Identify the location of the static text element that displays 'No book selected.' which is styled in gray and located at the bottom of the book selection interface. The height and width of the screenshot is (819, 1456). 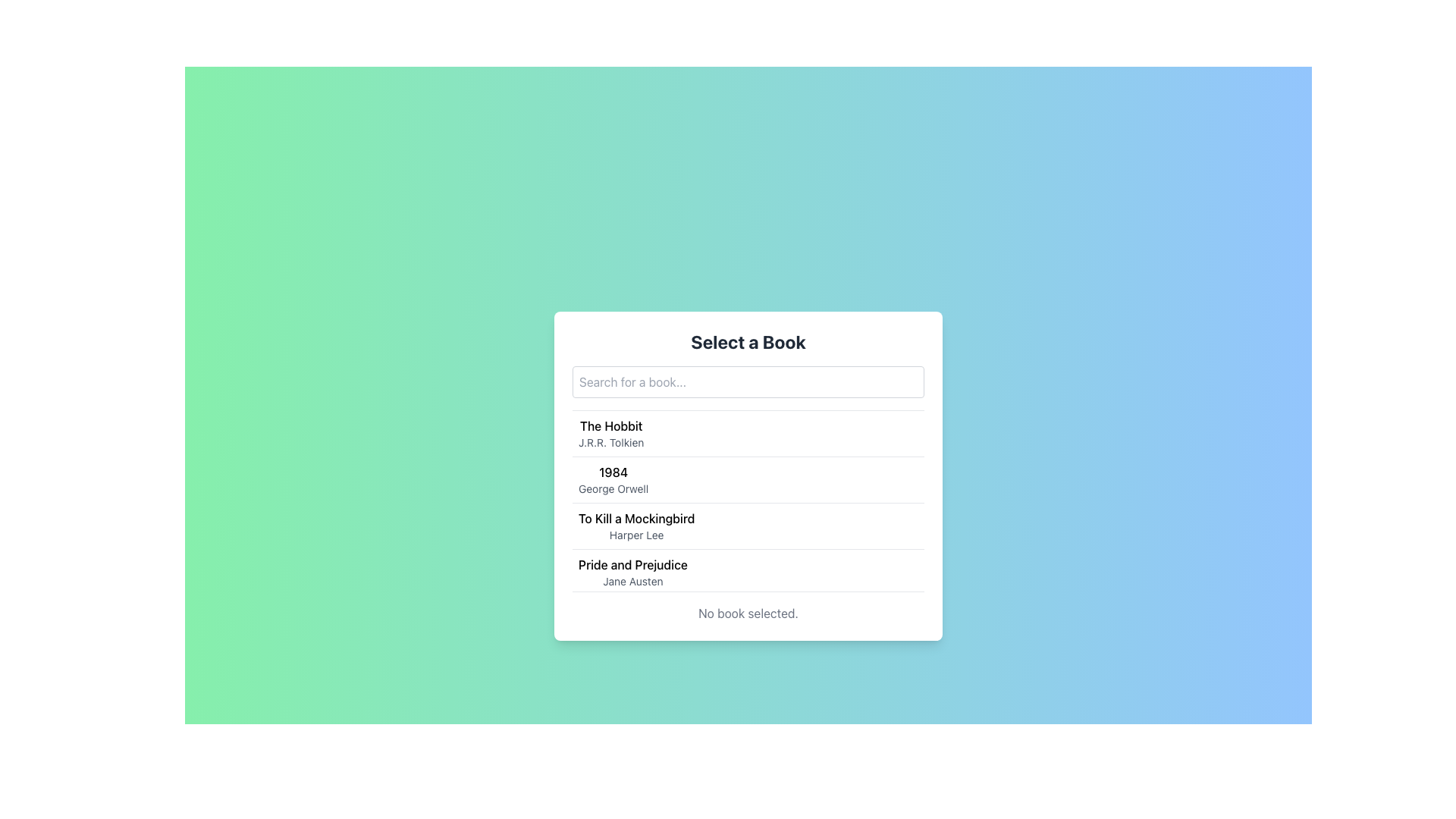
(748, 613).